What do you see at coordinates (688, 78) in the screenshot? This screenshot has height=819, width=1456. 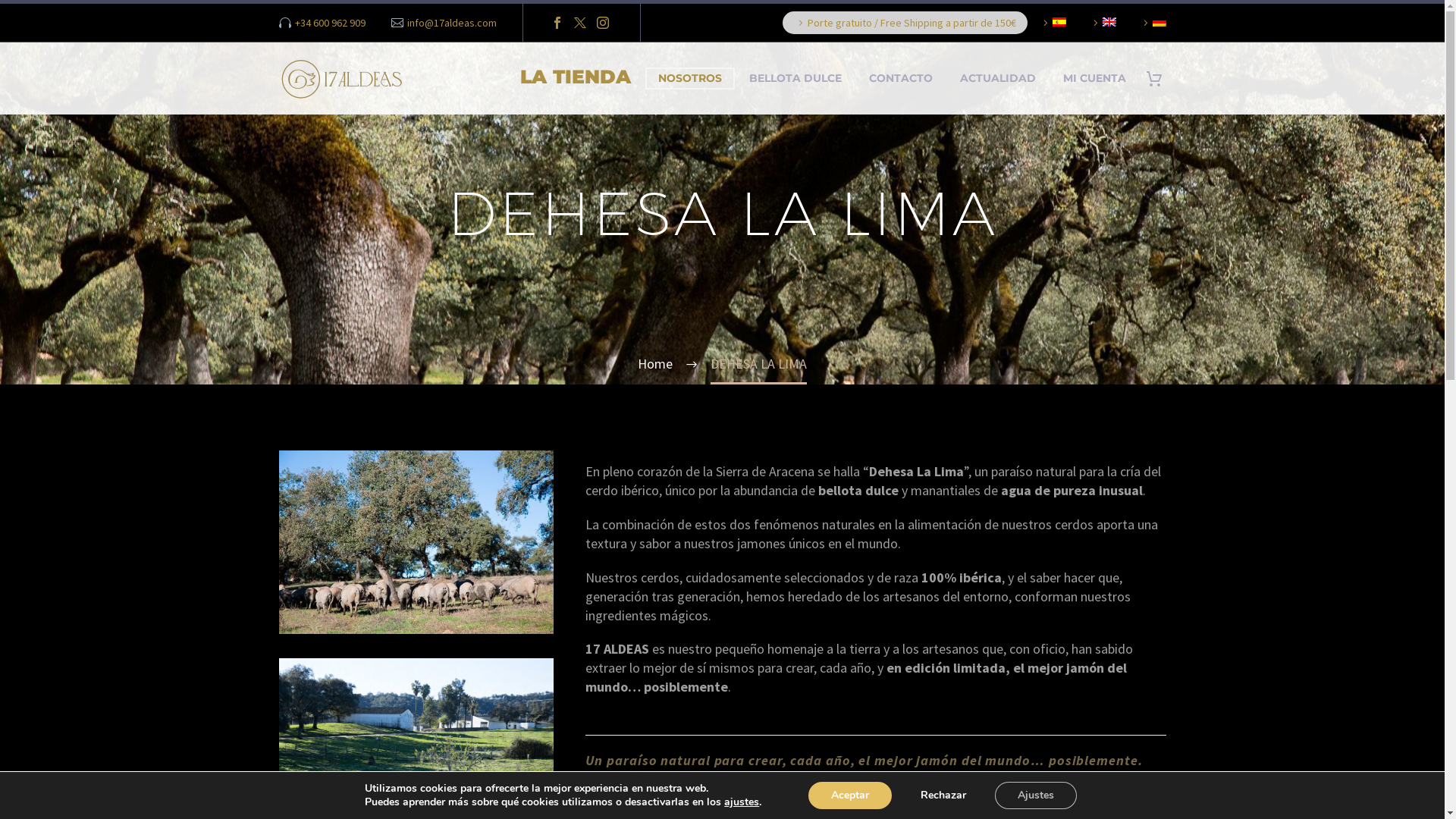 I see `'NOSOTROS'` at bounding box center [688, 78].